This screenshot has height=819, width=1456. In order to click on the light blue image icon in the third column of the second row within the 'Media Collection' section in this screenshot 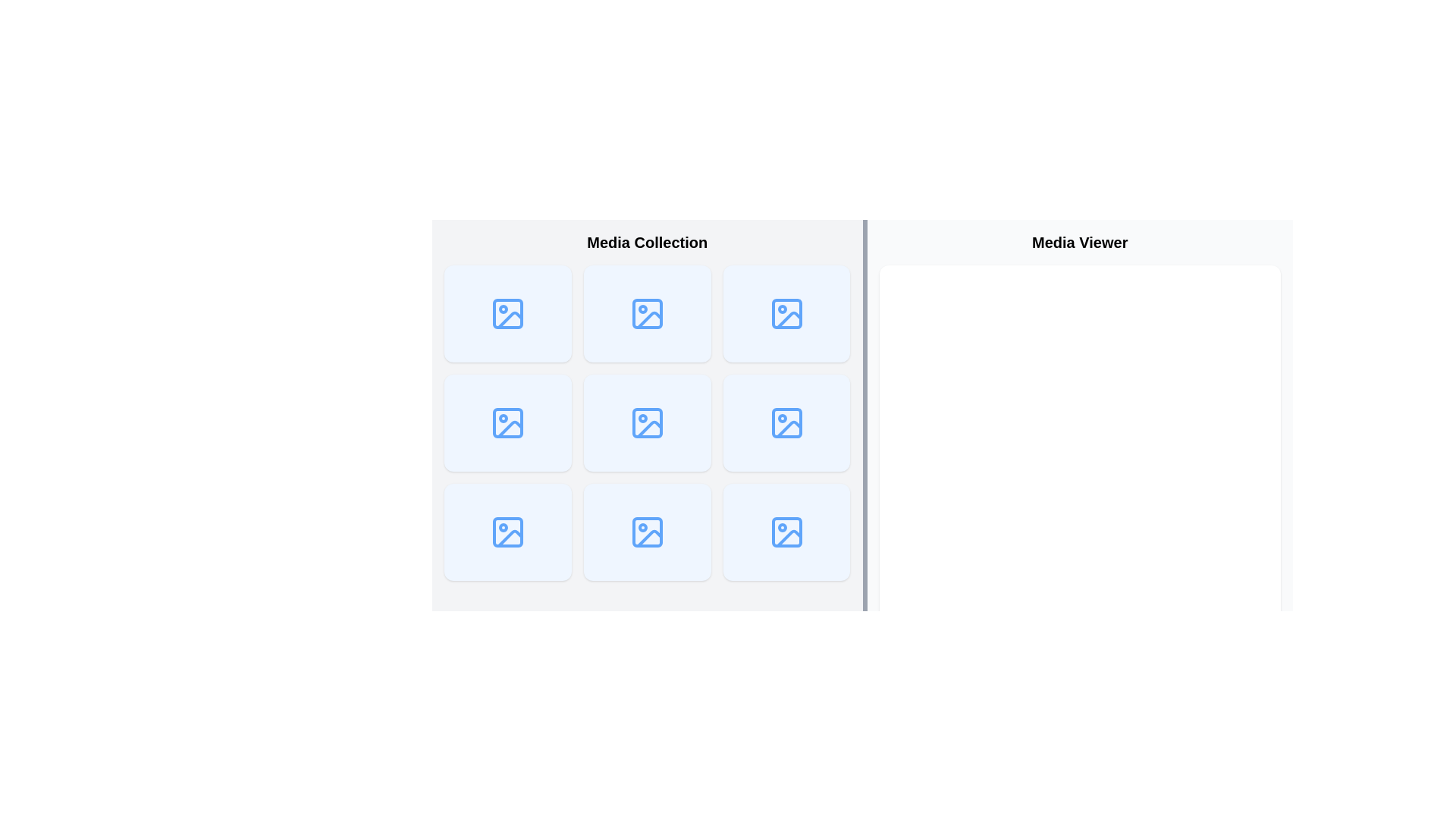, I will do `click(786, 312)`.